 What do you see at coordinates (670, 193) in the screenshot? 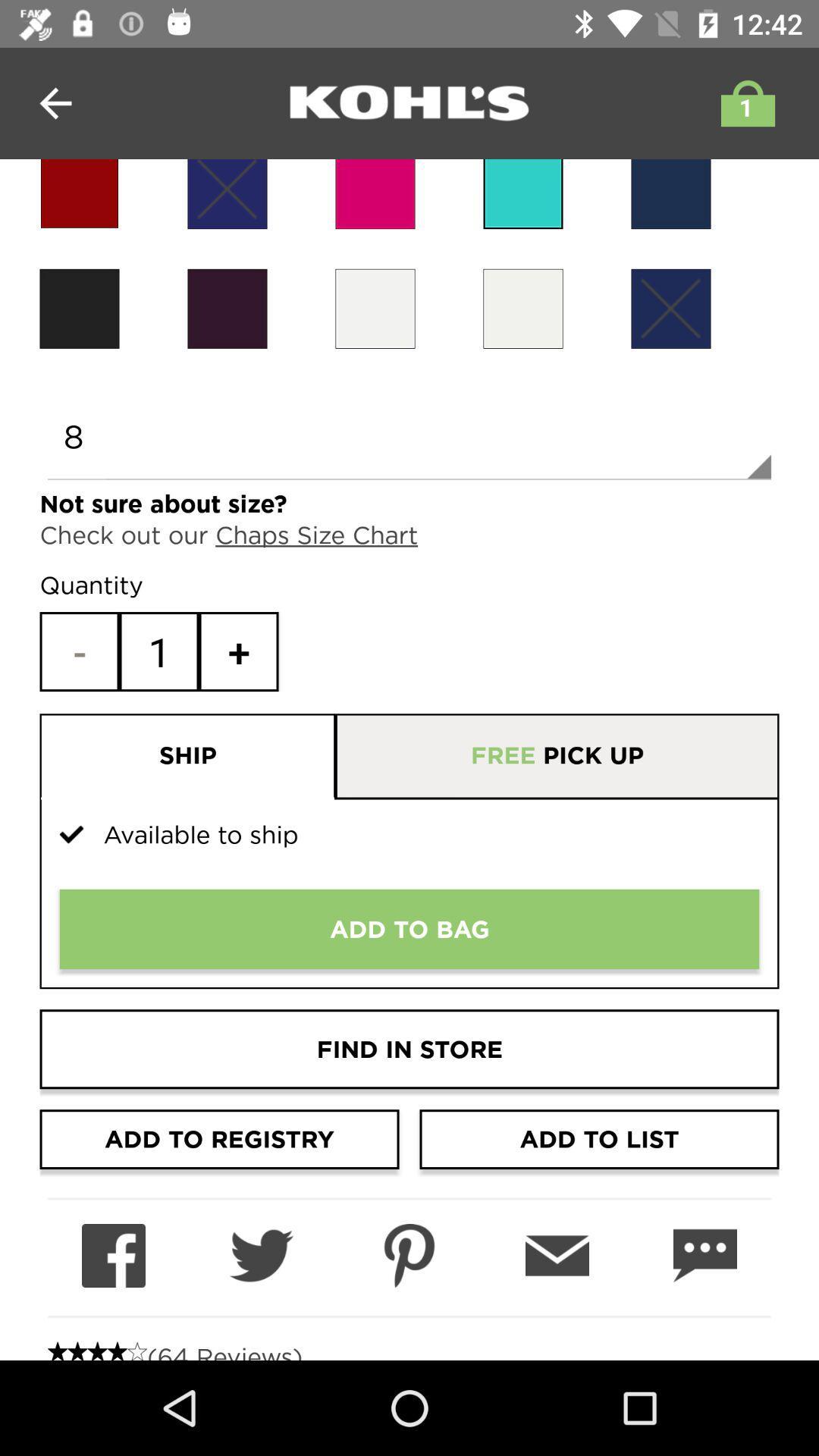
I see `choose color clue` at bounding box center [670, 193].